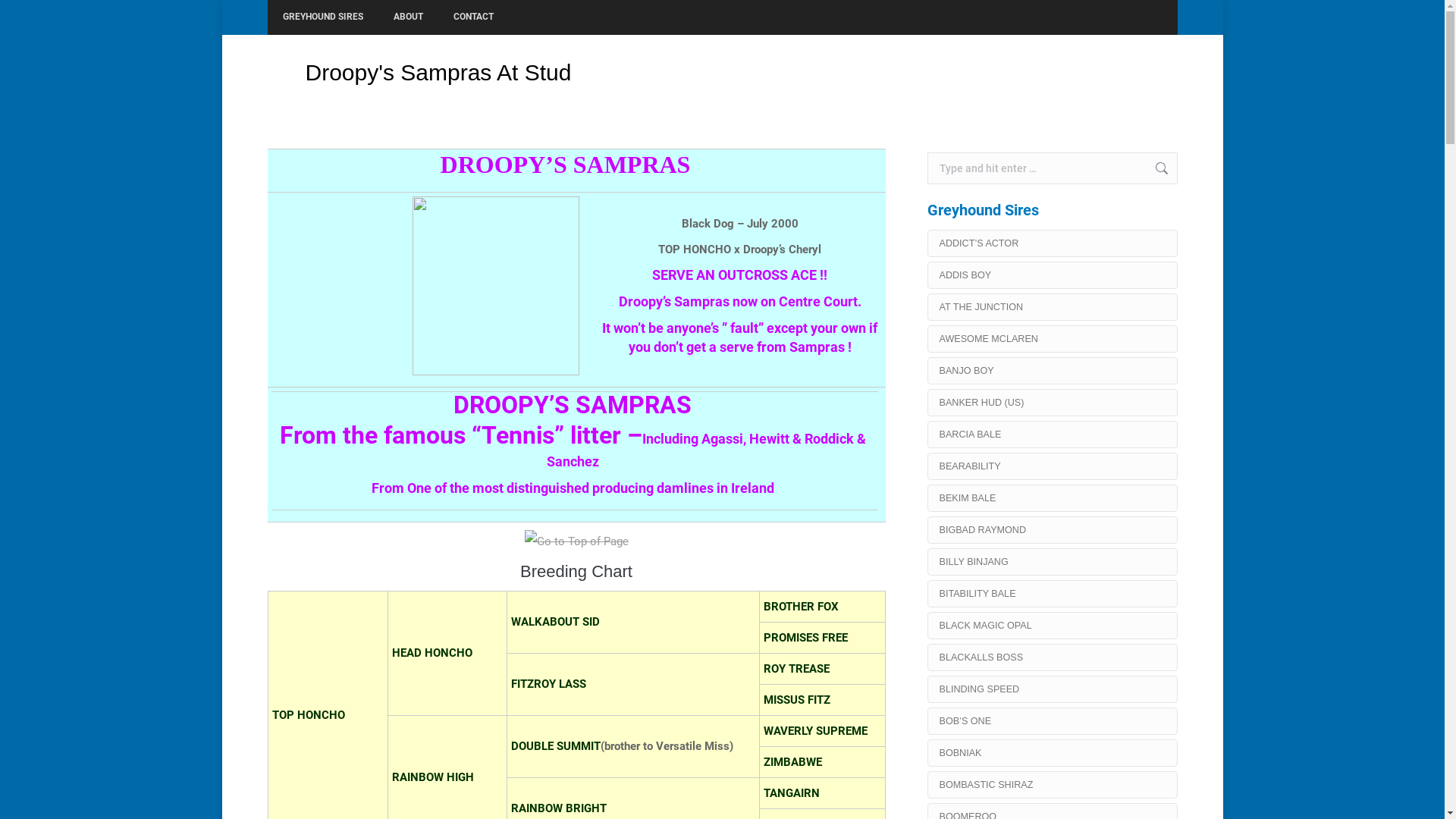  I want to click on 'BLACKALLS BOSS', so click(1051, 657).